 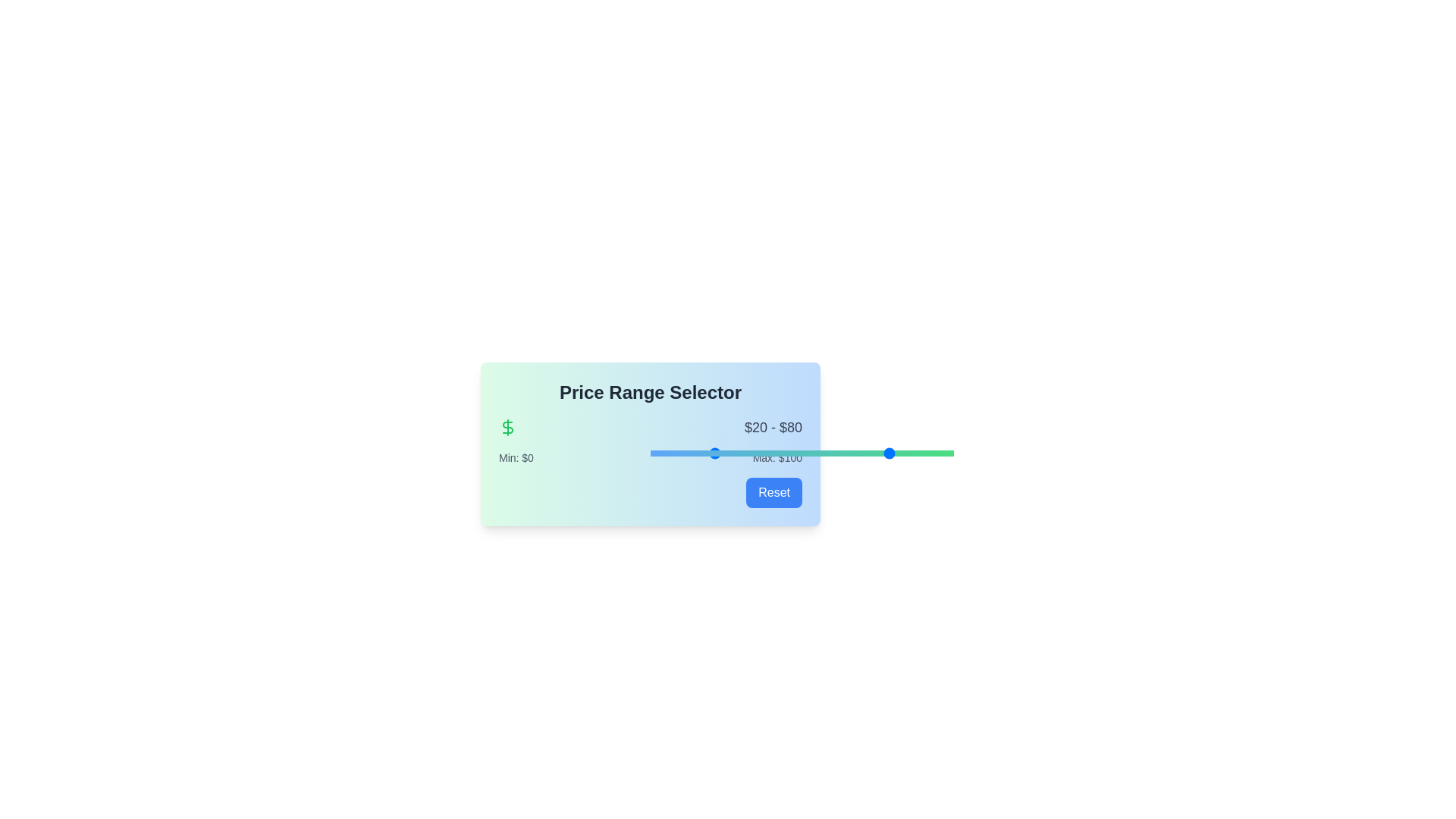 What do you see at coordinates (829, 452) in the screenshot?
I see `the slider` at bounding box center [829, 452].